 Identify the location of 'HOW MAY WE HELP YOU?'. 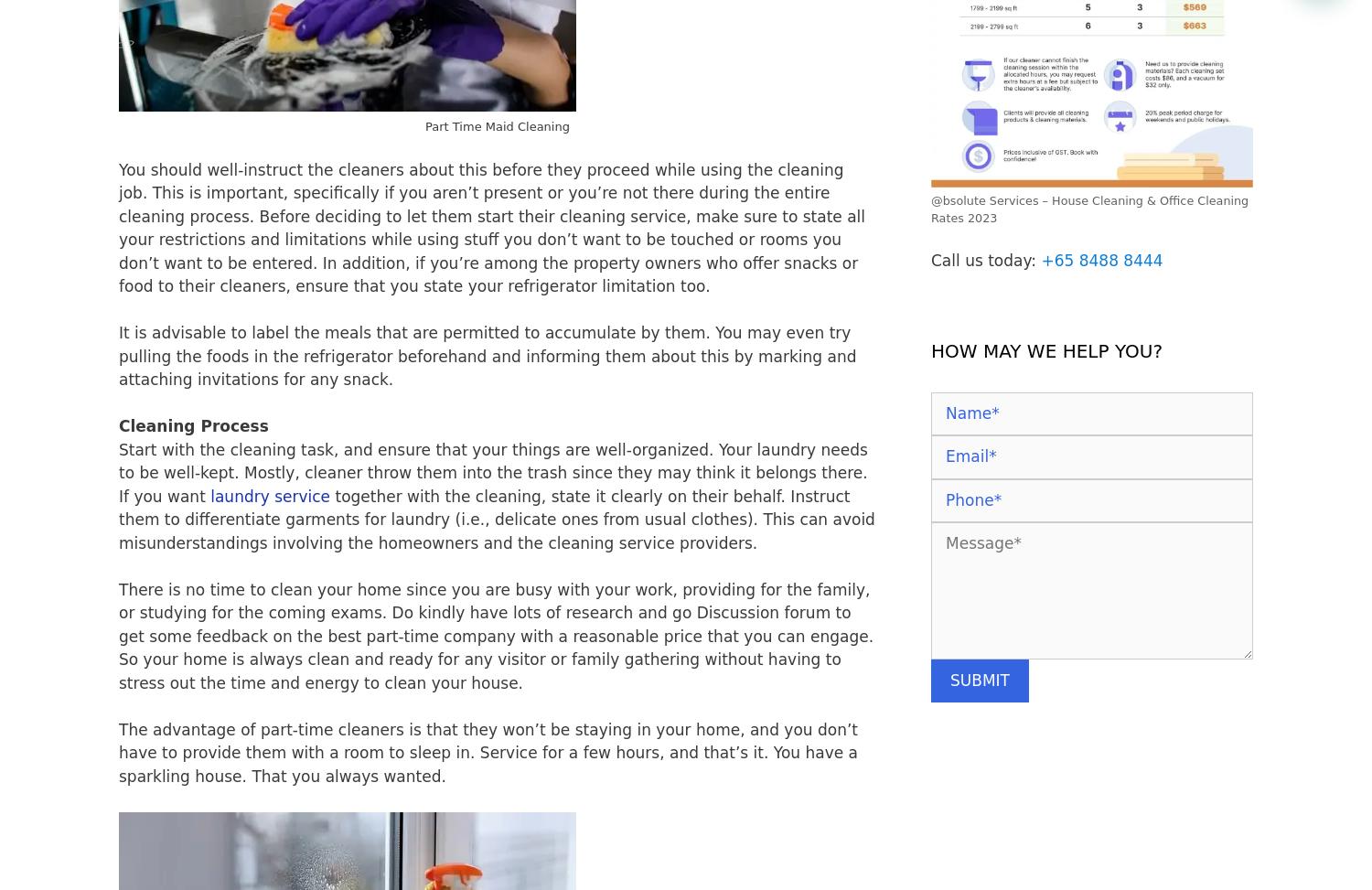
(1046, 348).